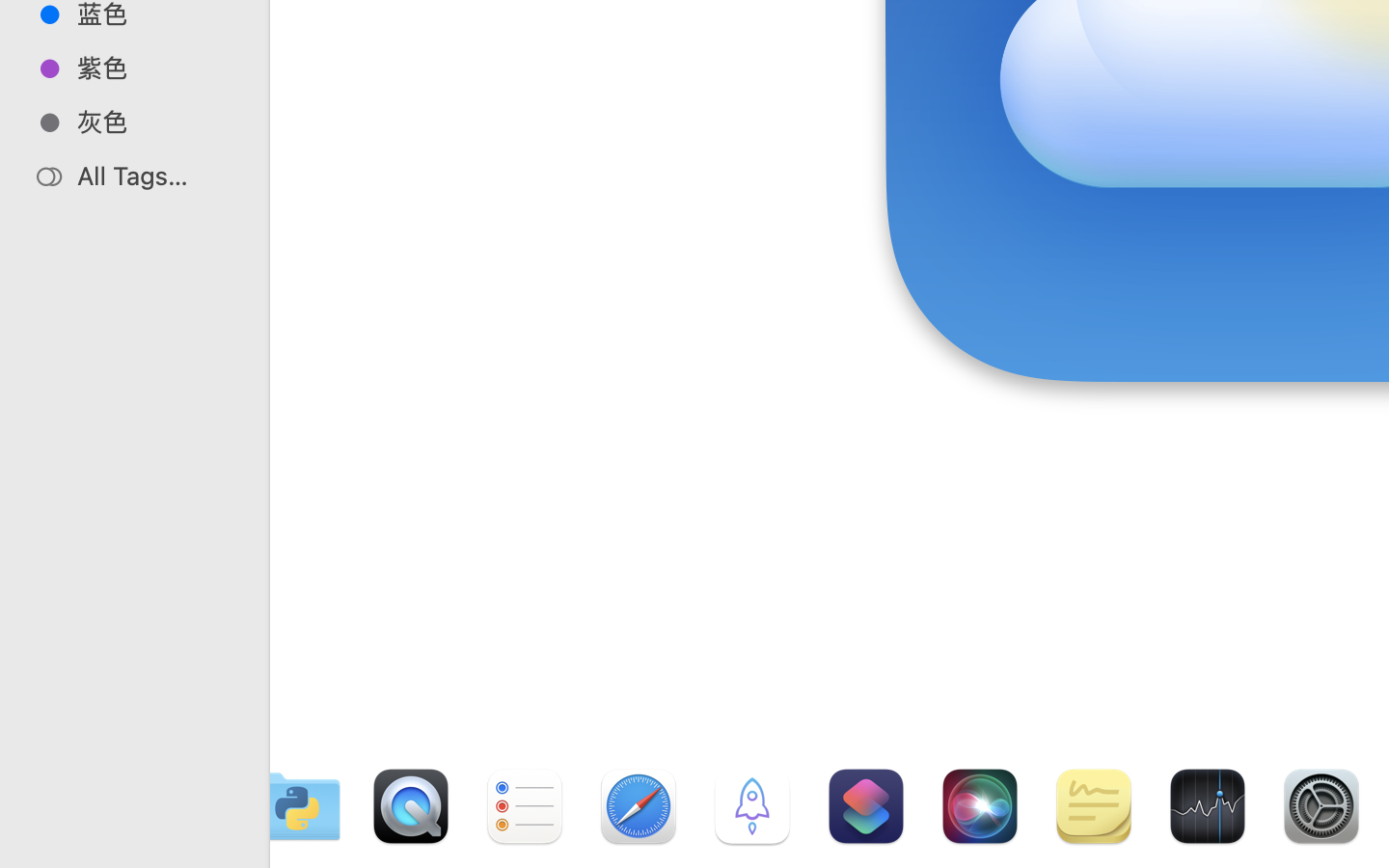 Image resolution: width=1389 pixels, height=868 pixels. Describe the element at coordinates (153, 122) in the screenshot. I see `'灰色'` at that location.